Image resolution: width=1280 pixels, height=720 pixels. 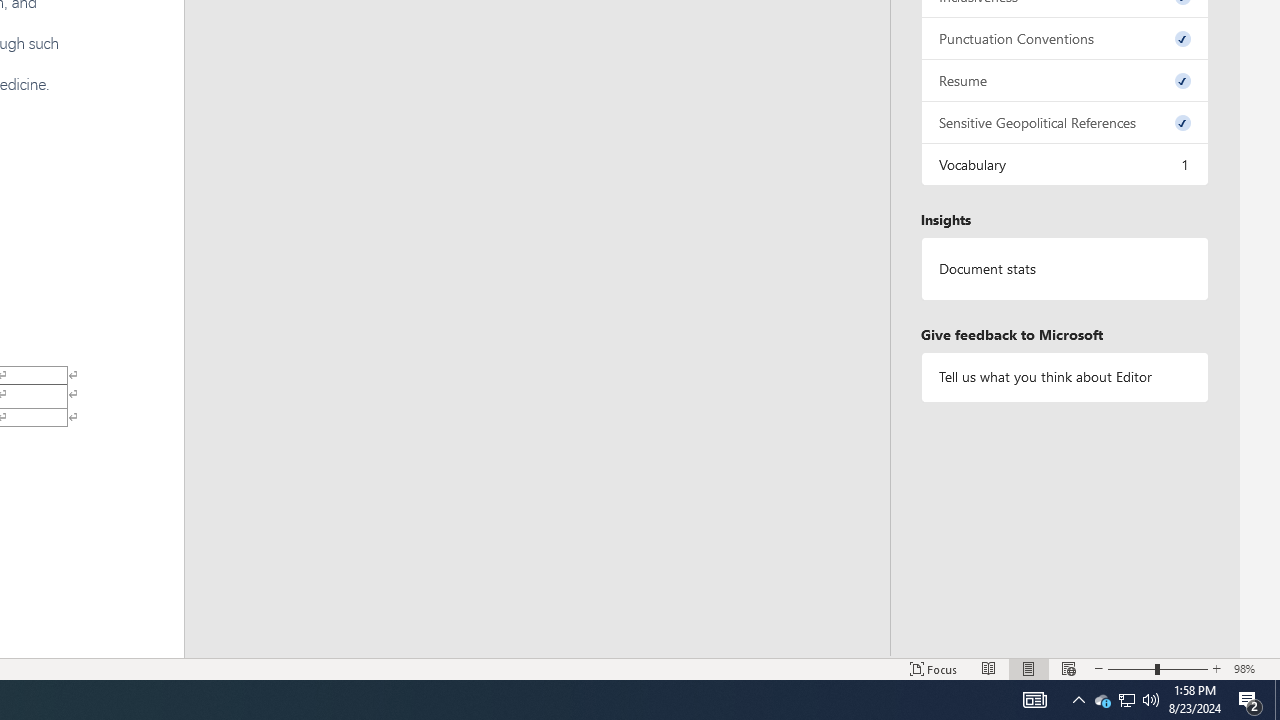 What do you see at coordinates (1063, 268) in the screenshot?
I see `'Document statistics'` at bounding box center [1063, 268].